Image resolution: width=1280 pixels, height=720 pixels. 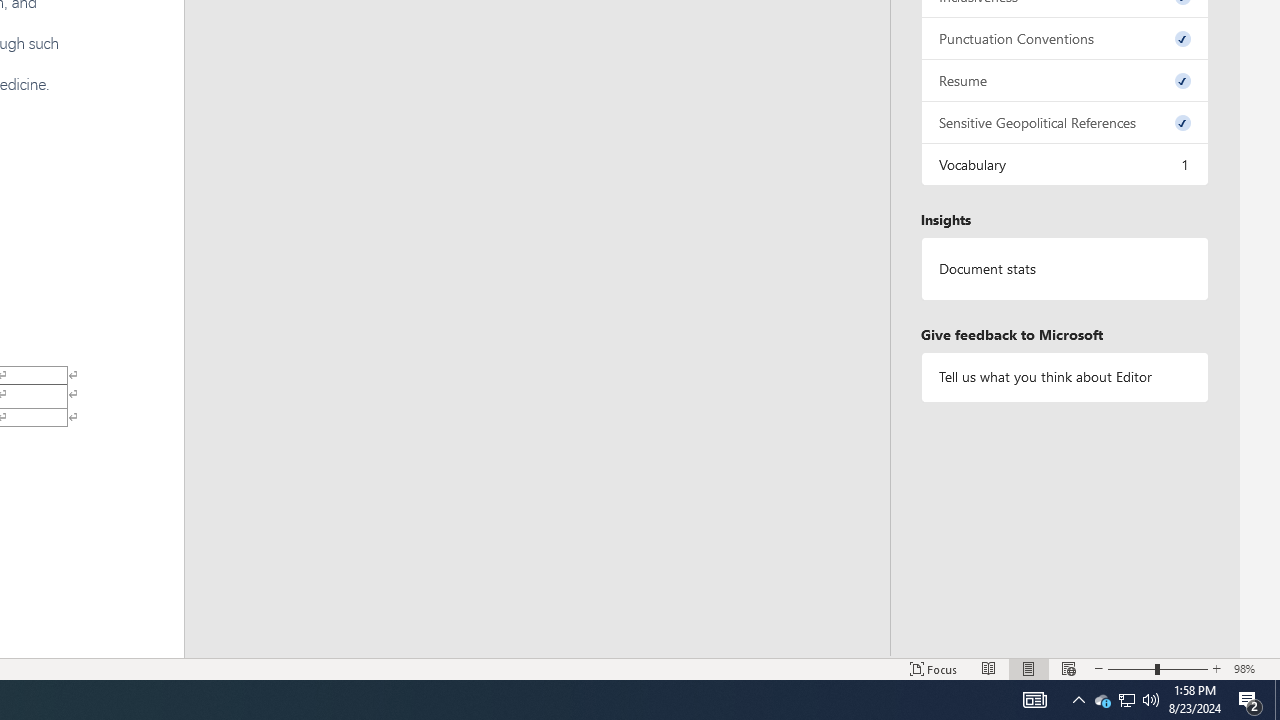 What do you see at coordinates (1063, 268) in the screenshot?
I see `'Document statistics'` at bounding box center [1063, 268].